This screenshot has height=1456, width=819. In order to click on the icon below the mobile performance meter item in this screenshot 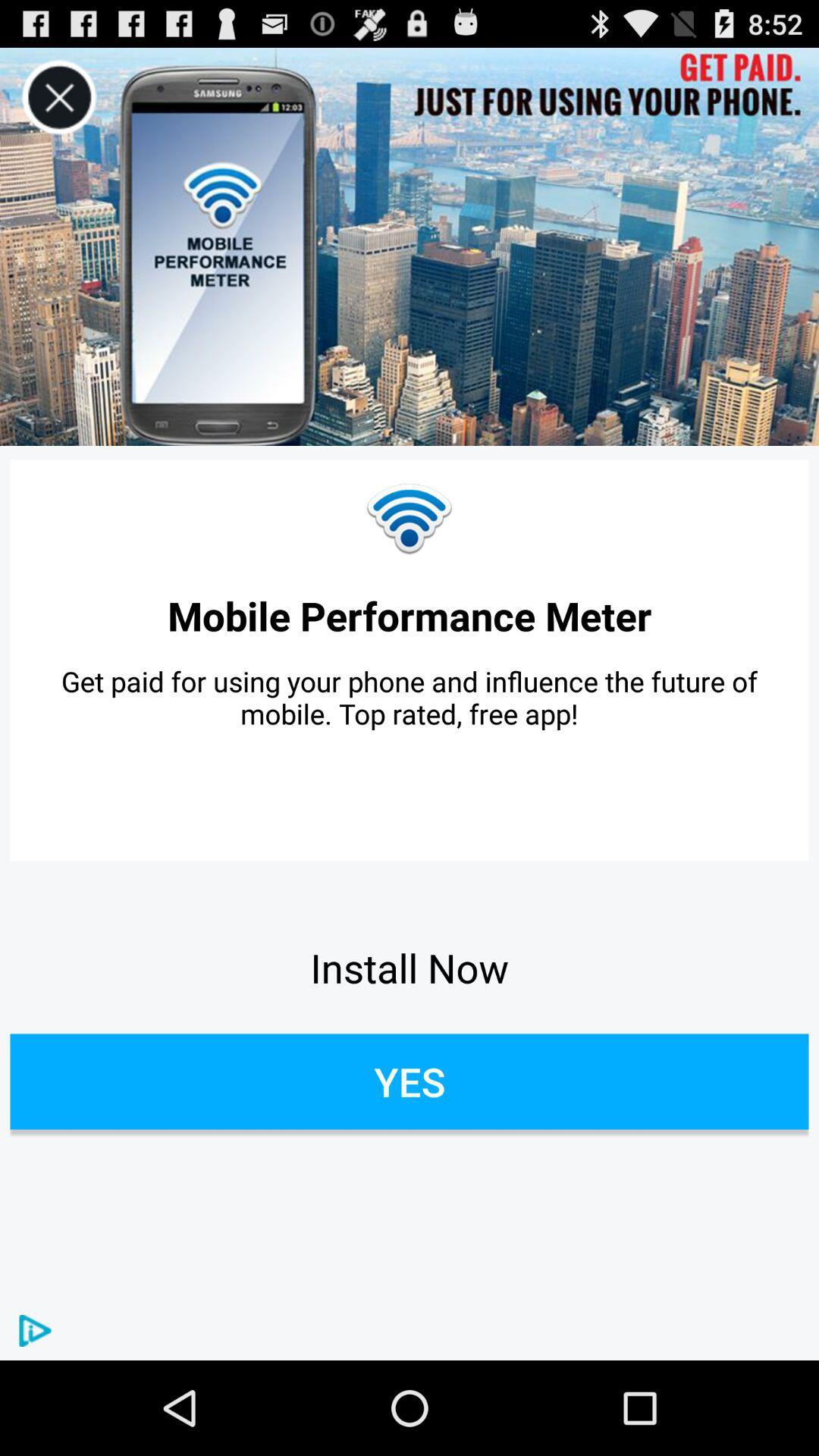, I will do `click(409, 696)`.